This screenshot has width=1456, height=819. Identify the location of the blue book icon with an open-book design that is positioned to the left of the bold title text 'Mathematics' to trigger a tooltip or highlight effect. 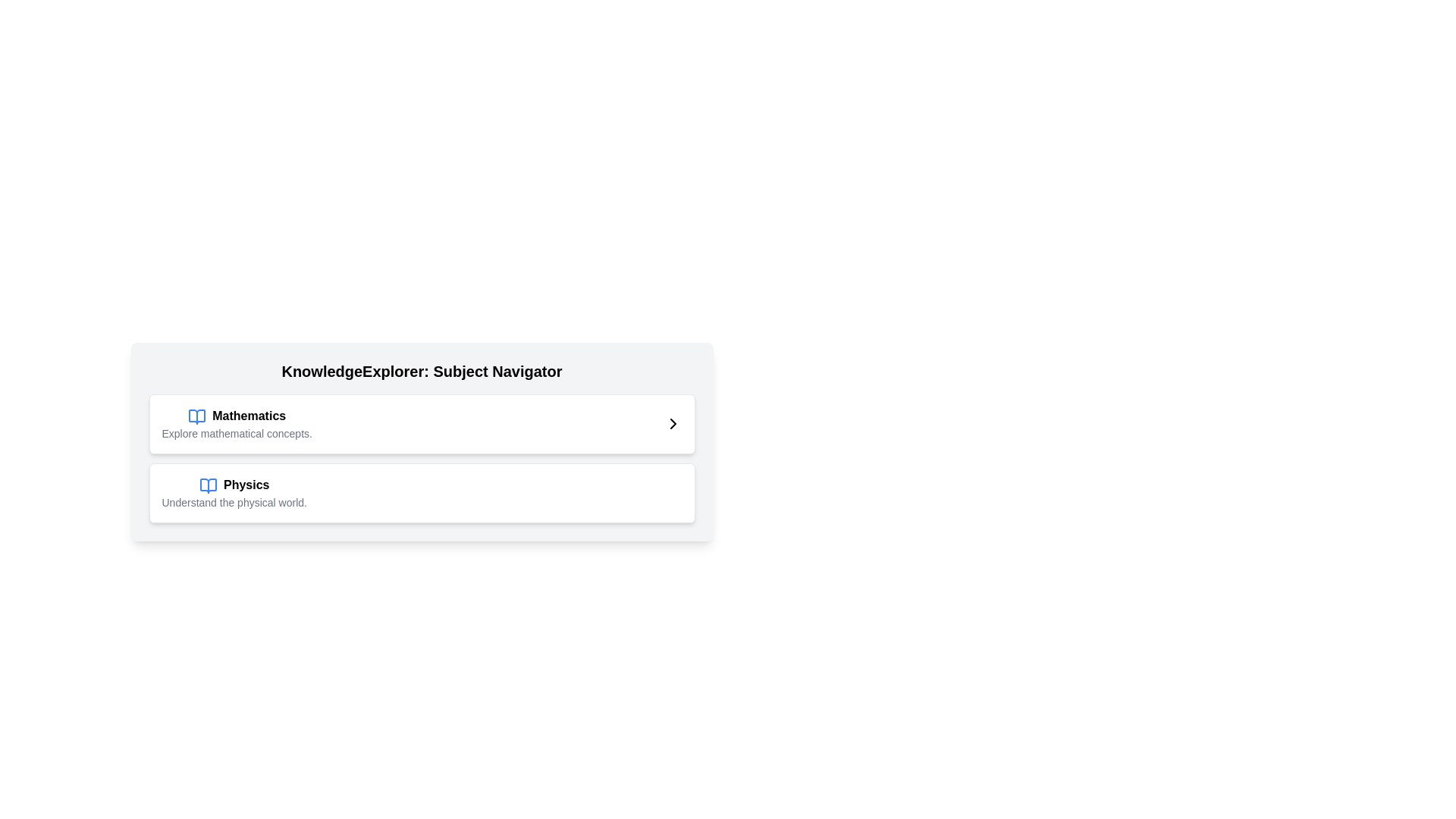
(196, 416).